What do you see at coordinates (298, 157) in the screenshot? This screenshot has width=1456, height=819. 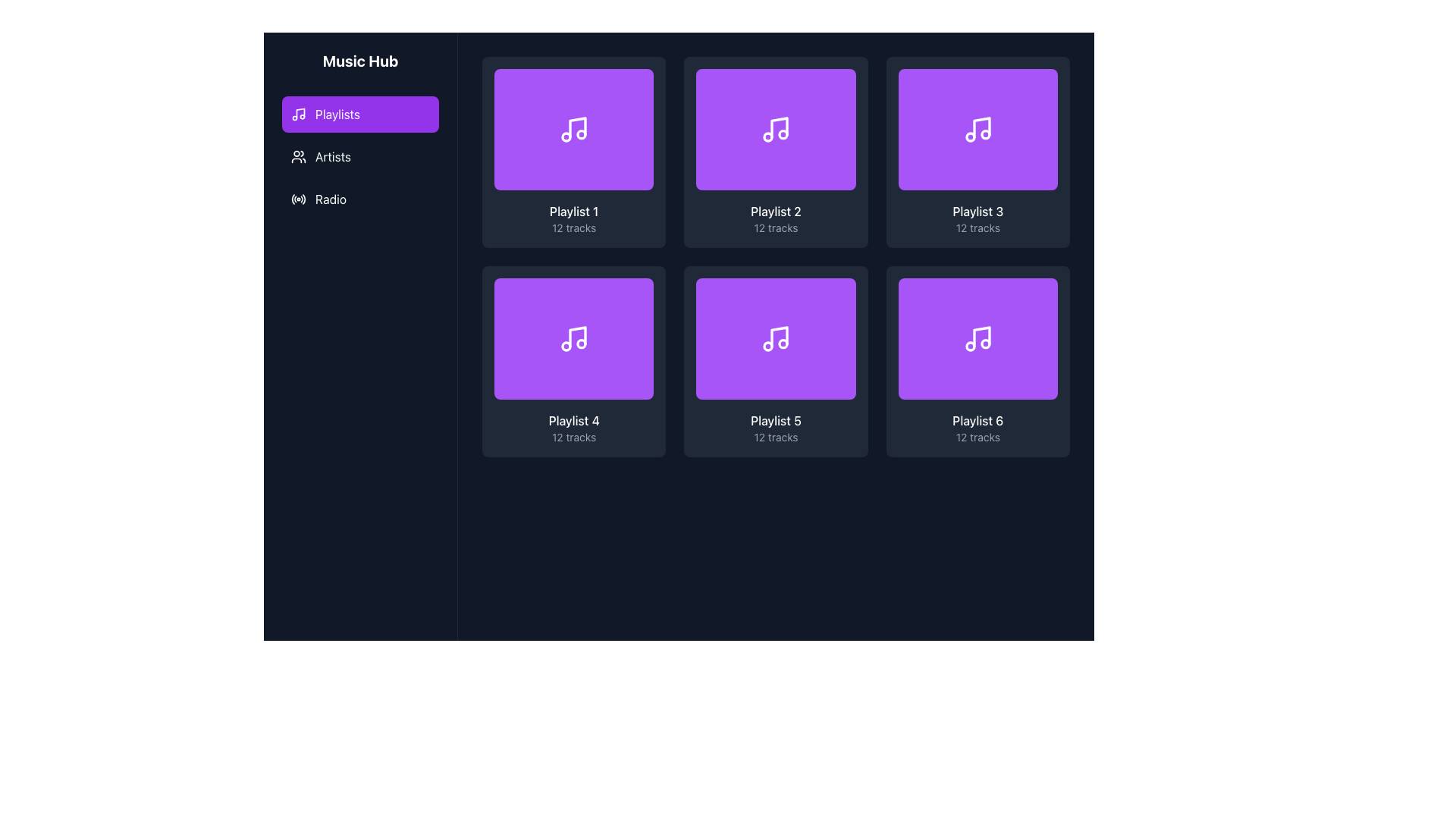 I see `the 'Artists' menu item icon located in the left vertical navigation bar, which is positioned next to the text 'Artists' and between the 'Playlists' and 'Radio' menu items` at bounding box center [298, 157].